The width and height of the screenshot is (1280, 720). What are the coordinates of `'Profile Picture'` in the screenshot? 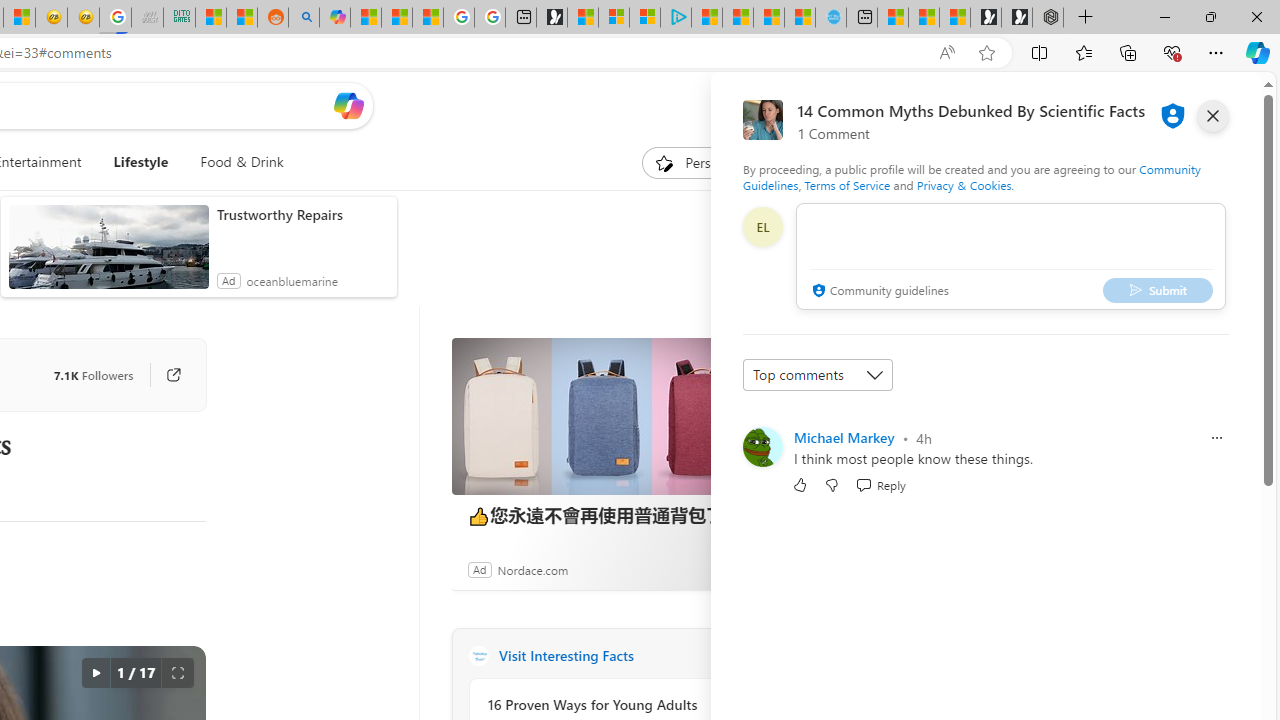 It's located at (761, 446).